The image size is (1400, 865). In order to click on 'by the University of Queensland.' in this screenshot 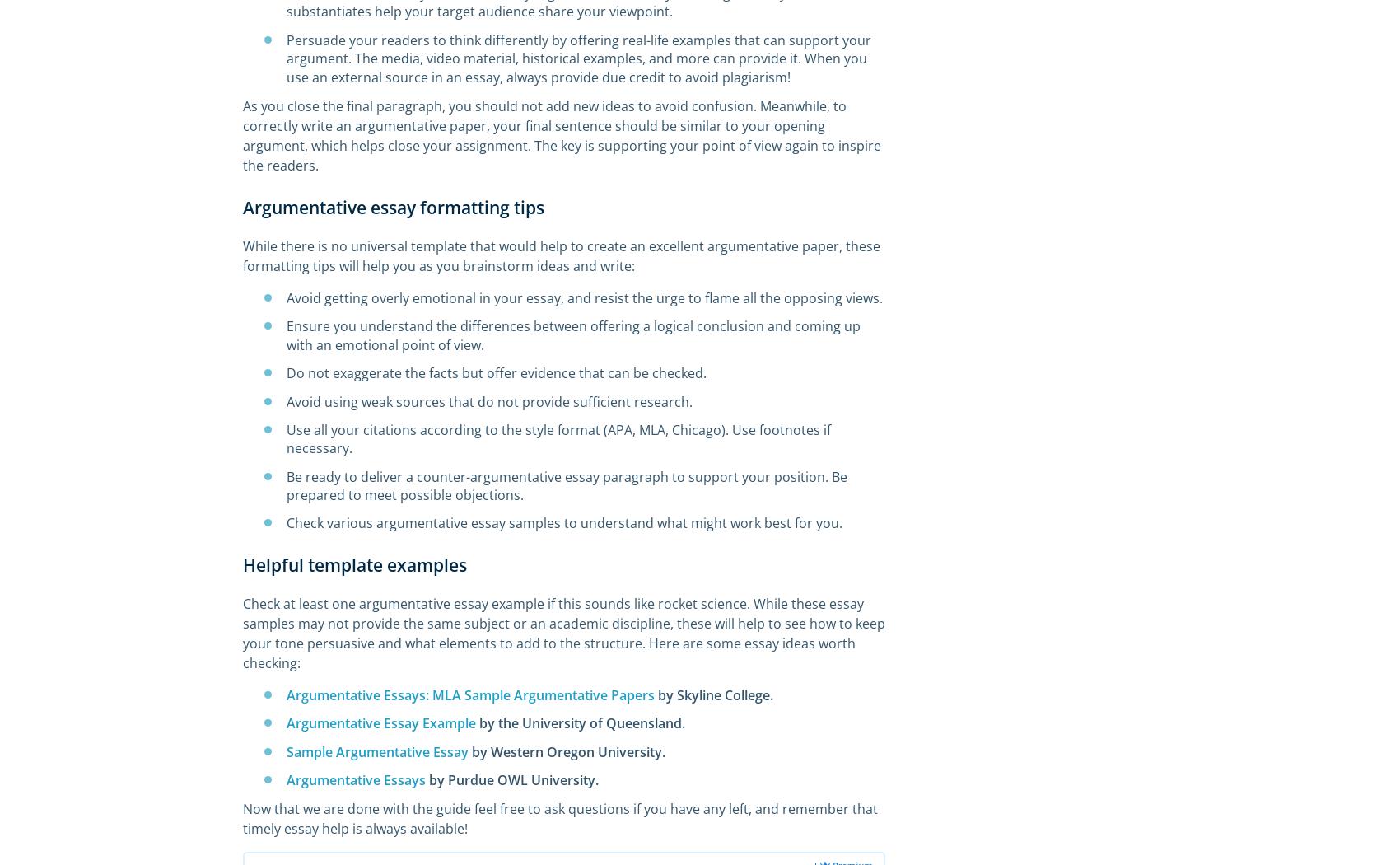, I will do `click(582, 722)`.